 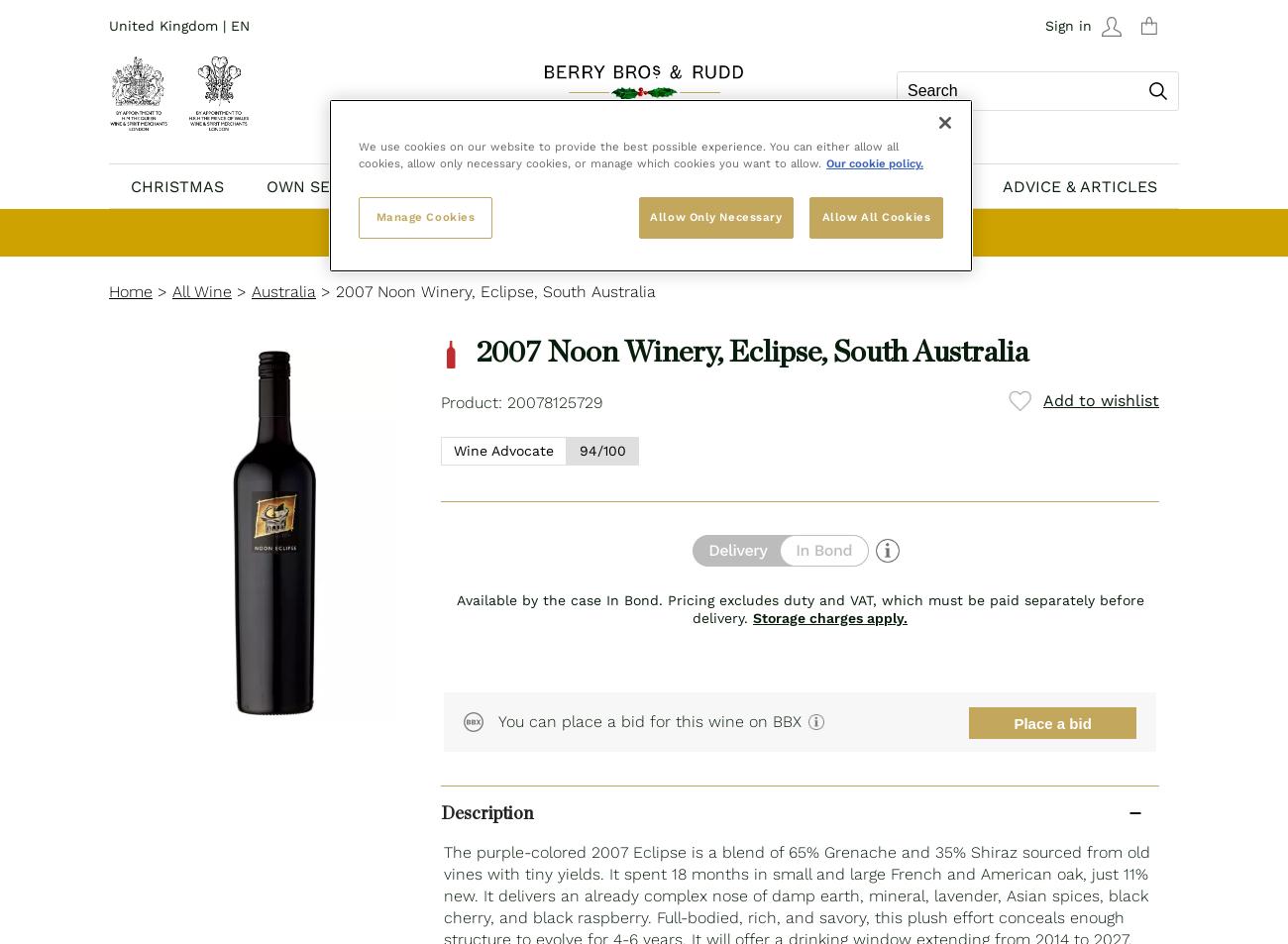 I want to click on 'United Kingdom | EN', so click(x=178, y=25).